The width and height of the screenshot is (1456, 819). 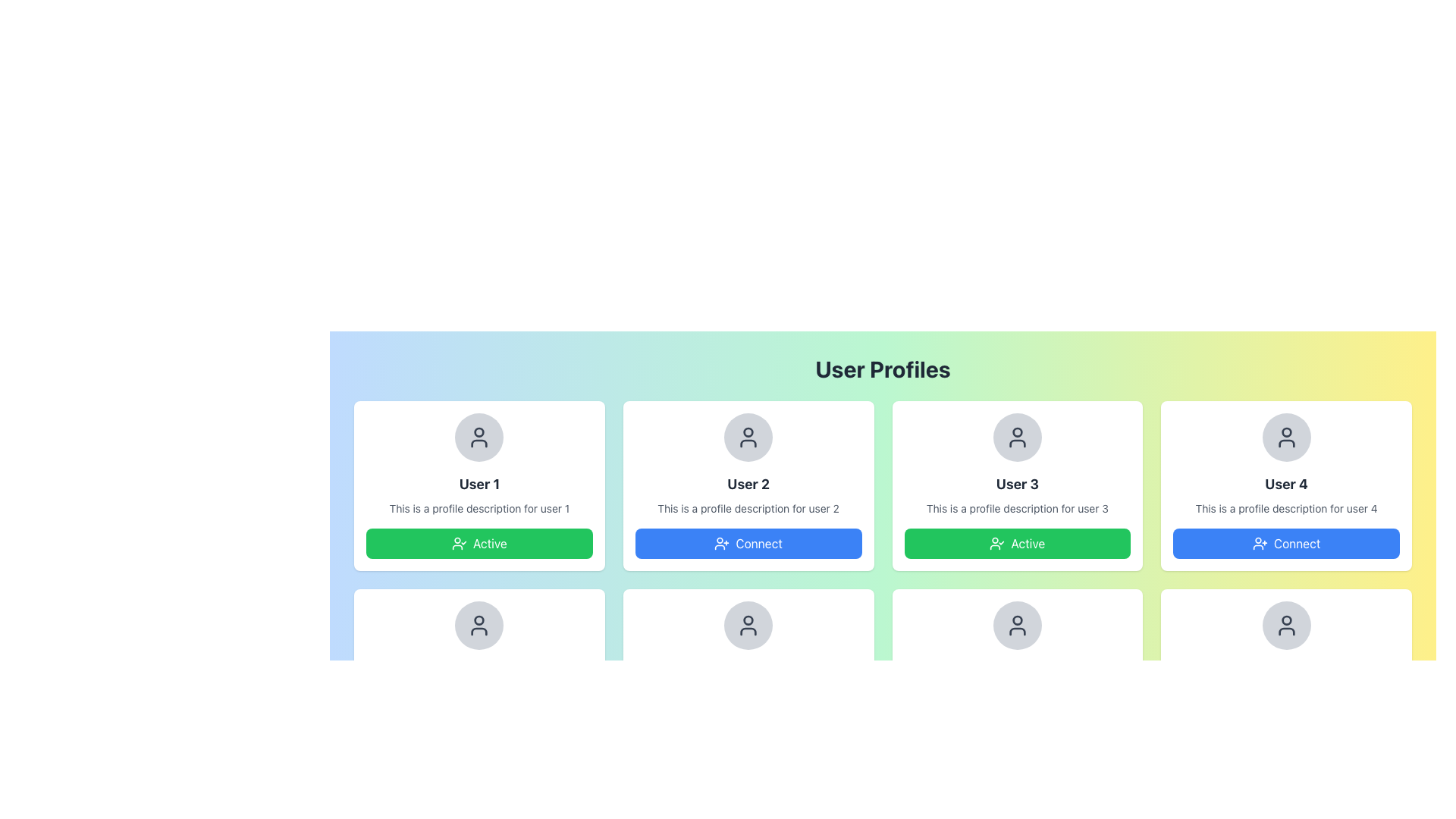 I want to click on the circular head icon of the user profile in the 'User 4' section located at the bottom right corner of the interface, so click(x=1285, y=620).